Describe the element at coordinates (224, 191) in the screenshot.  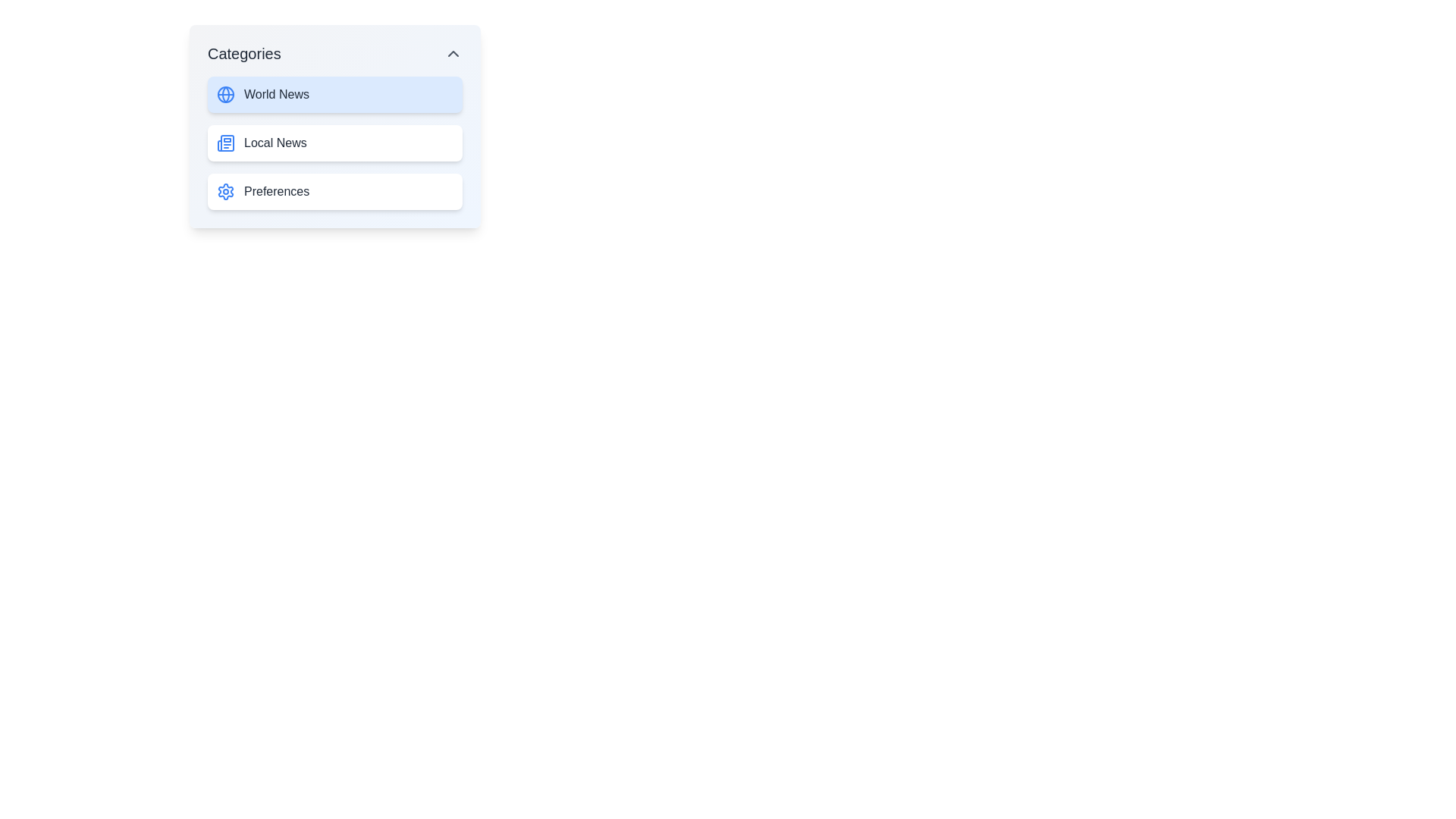
I see `the settings icon, depicted as a blue cogwheel, in the left-side menu under 'Preferences'` at that location.